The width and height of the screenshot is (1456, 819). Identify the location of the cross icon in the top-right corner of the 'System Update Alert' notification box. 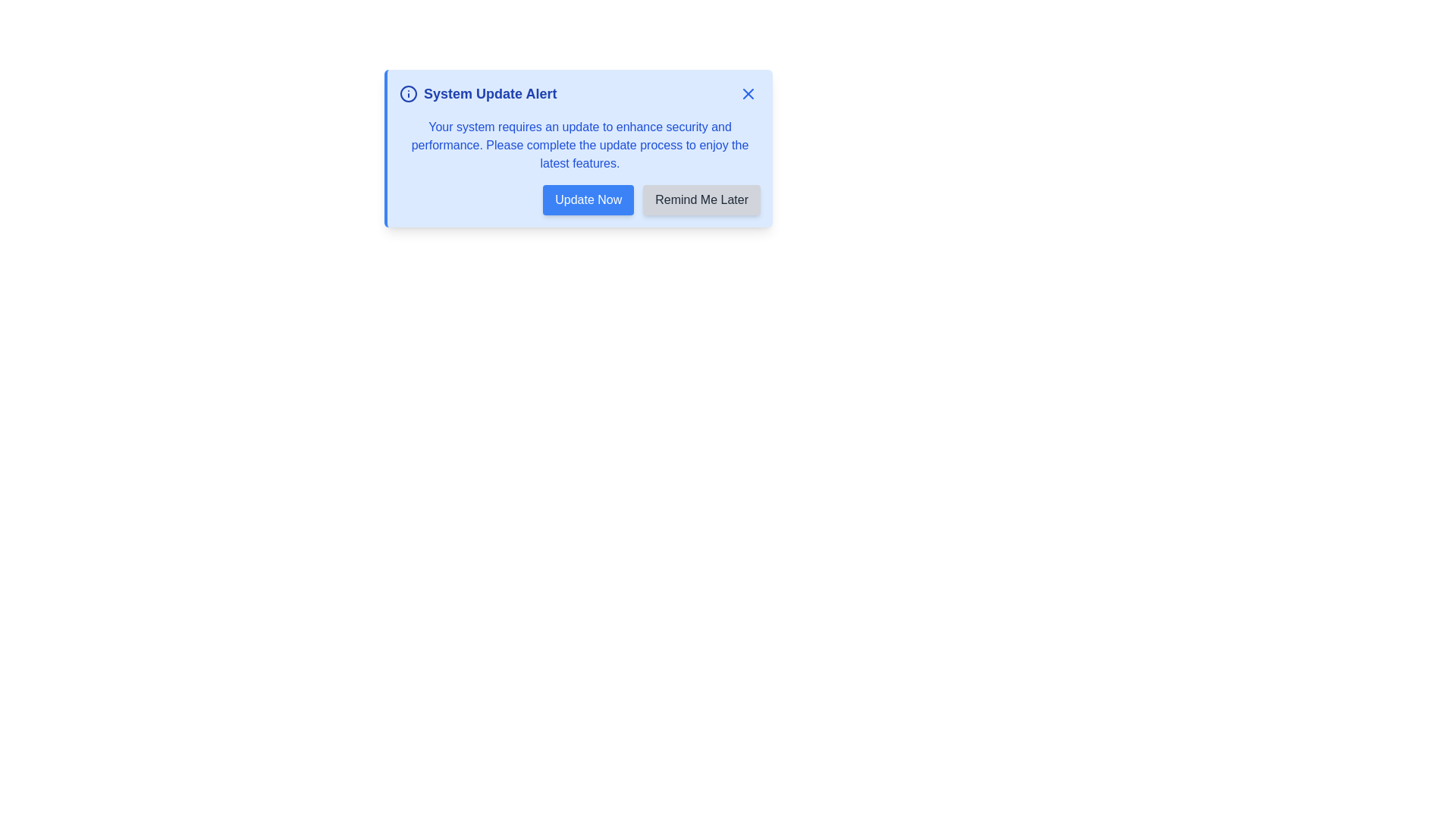
(748, 93).